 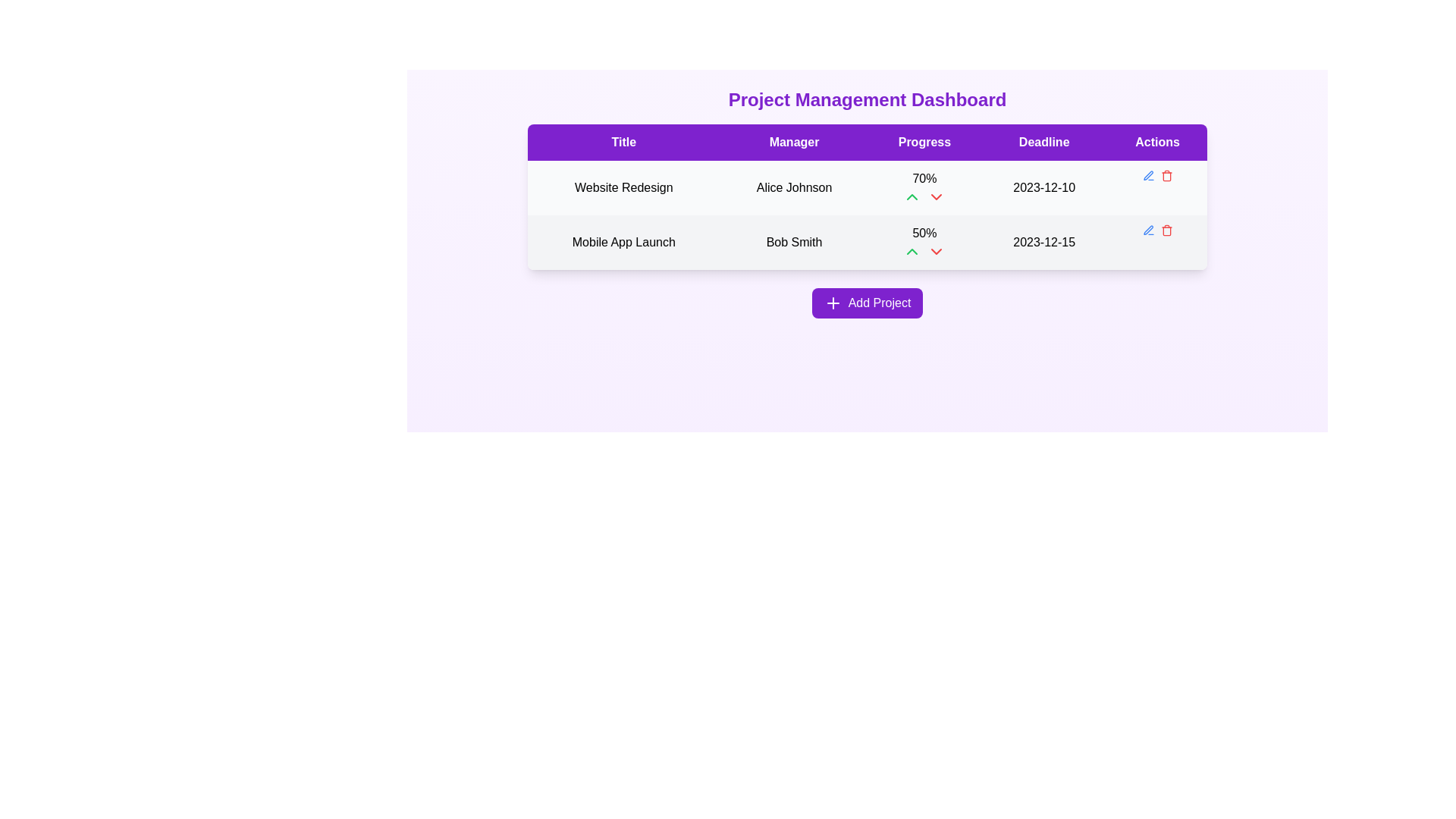 What do you see at coordinates (793, 242) in the screenshot?
I see `the text label displaying 'Bob Smith', which is centered in a light gray background and located in the second row of the grid under the 'Manager' column` at bounding box center [793, 242].